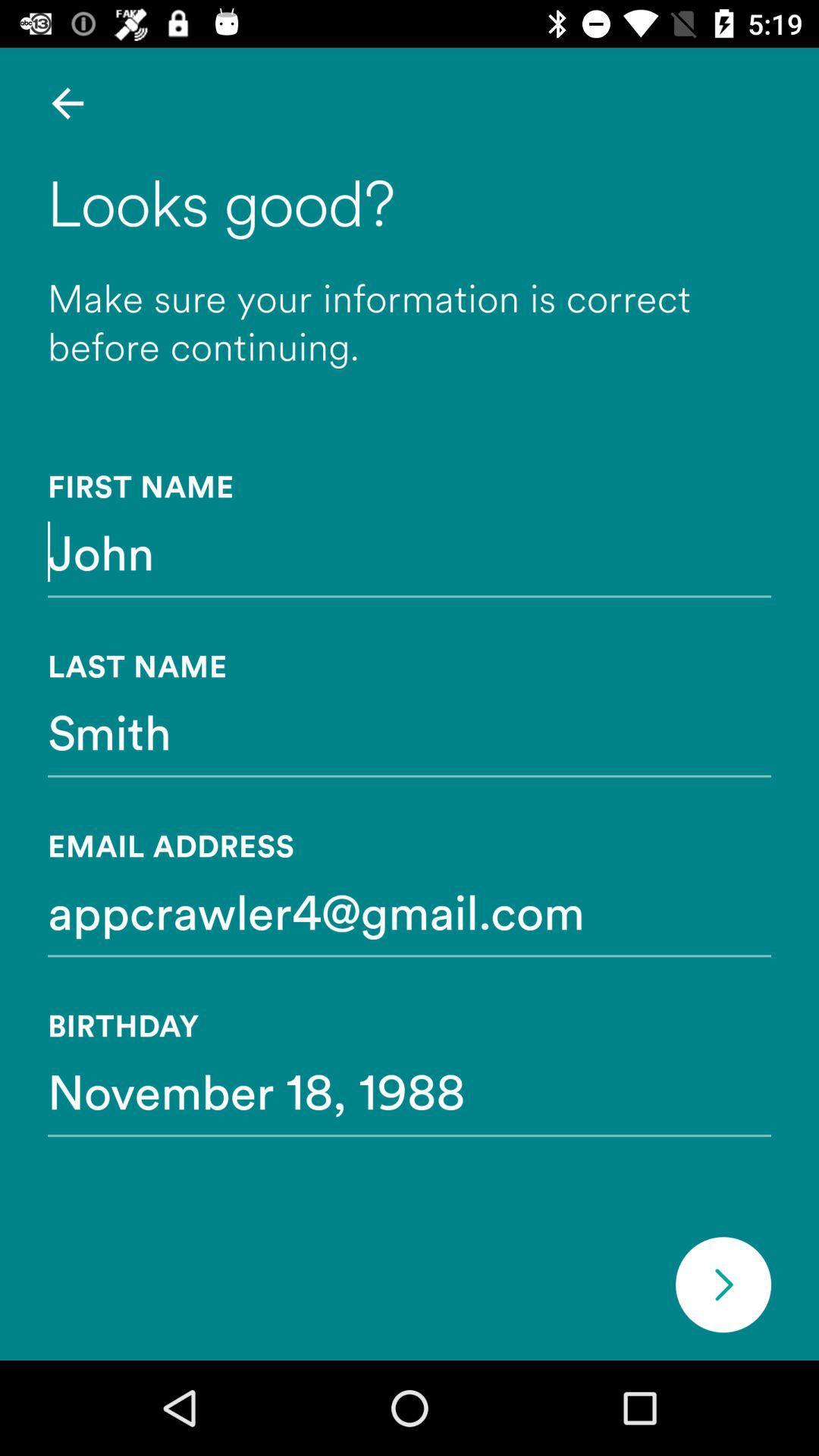 The width and height of the screenshot is (819, 1456). I want to click on icon above the last name item, so click(409, 551).